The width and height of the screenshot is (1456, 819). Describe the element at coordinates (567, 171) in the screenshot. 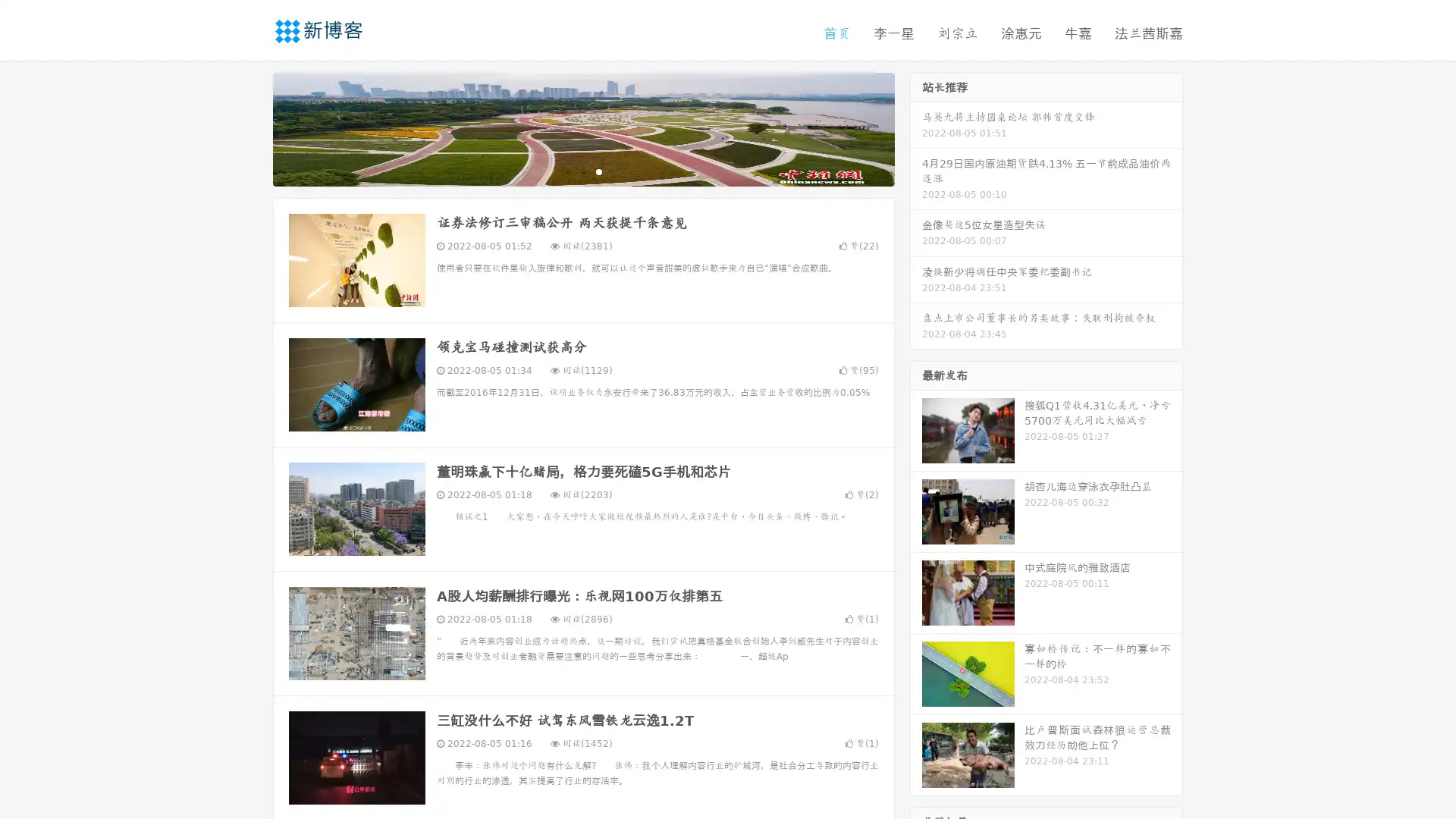

I see `Go to slide 1` at that location.